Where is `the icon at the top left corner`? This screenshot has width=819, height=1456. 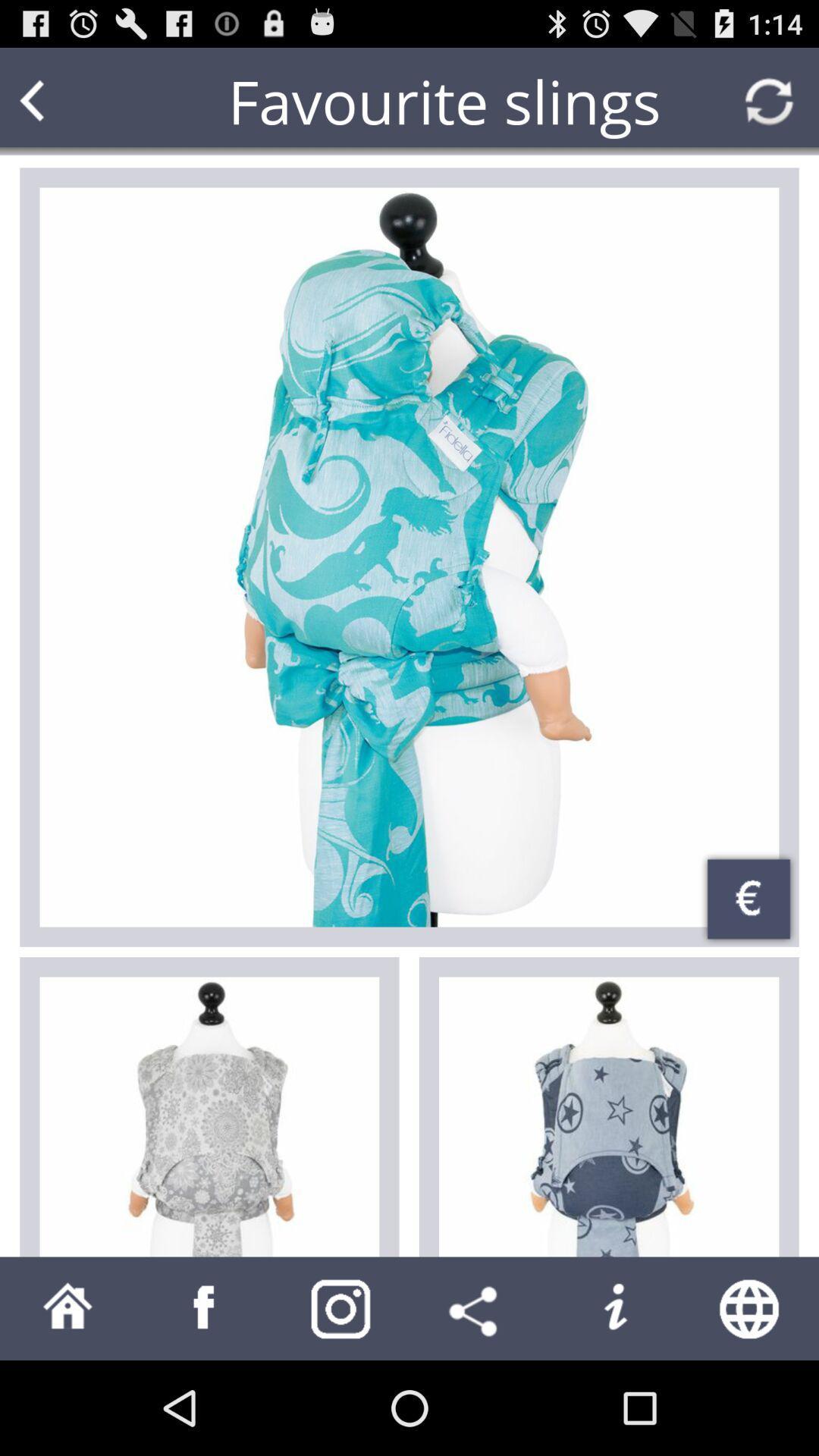 the icon at the top left corner is located at coordinates (61, 100).